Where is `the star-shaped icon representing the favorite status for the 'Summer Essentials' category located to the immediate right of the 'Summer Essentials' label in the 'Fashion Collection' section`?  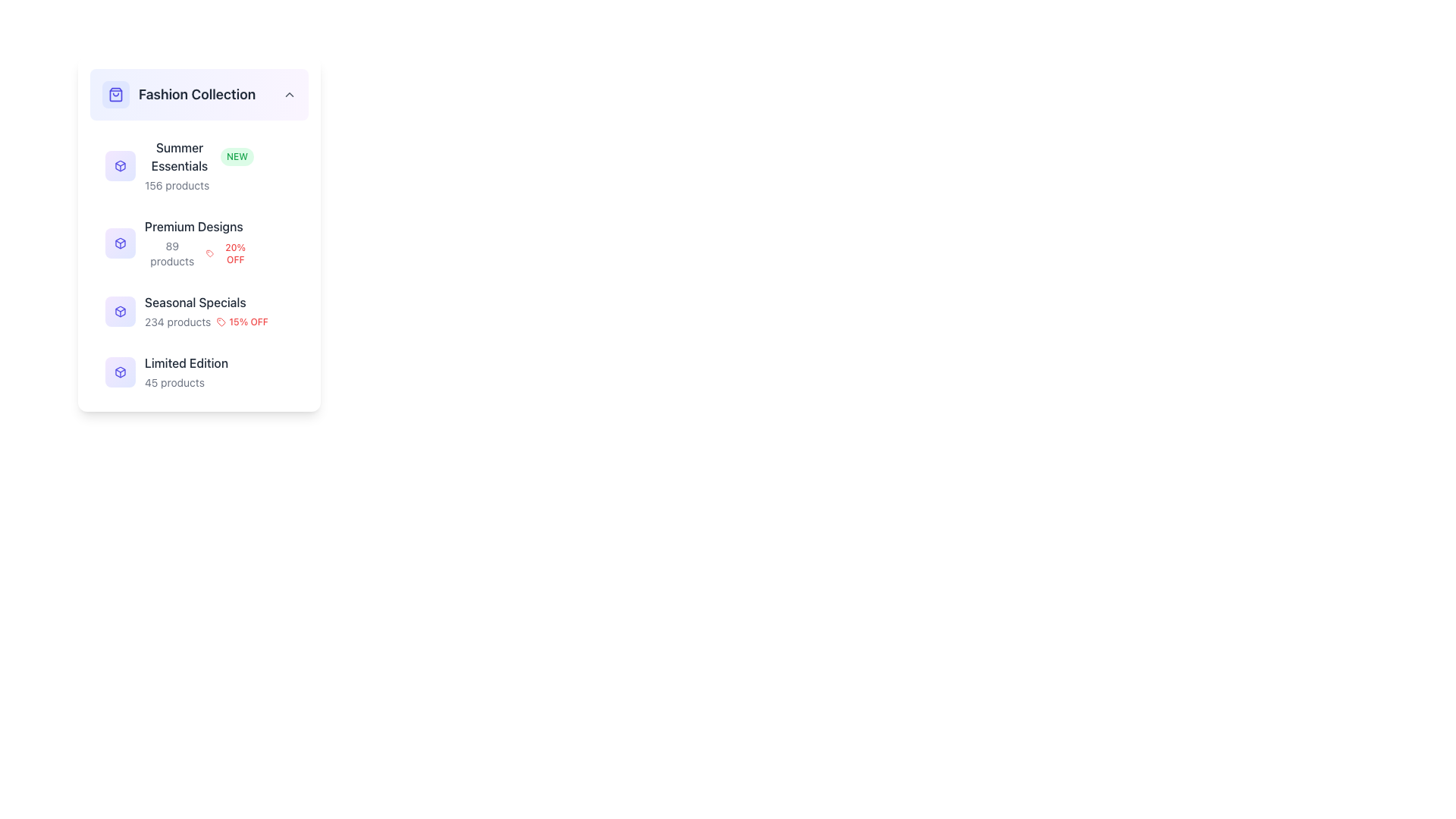 the star-shaped icon representing the favorite status for the 'Summer Essentials' category located to the immediate right of the 'Summer Essentials' label in the 'Fashion Collection' section is located at coordinates (290, 165).